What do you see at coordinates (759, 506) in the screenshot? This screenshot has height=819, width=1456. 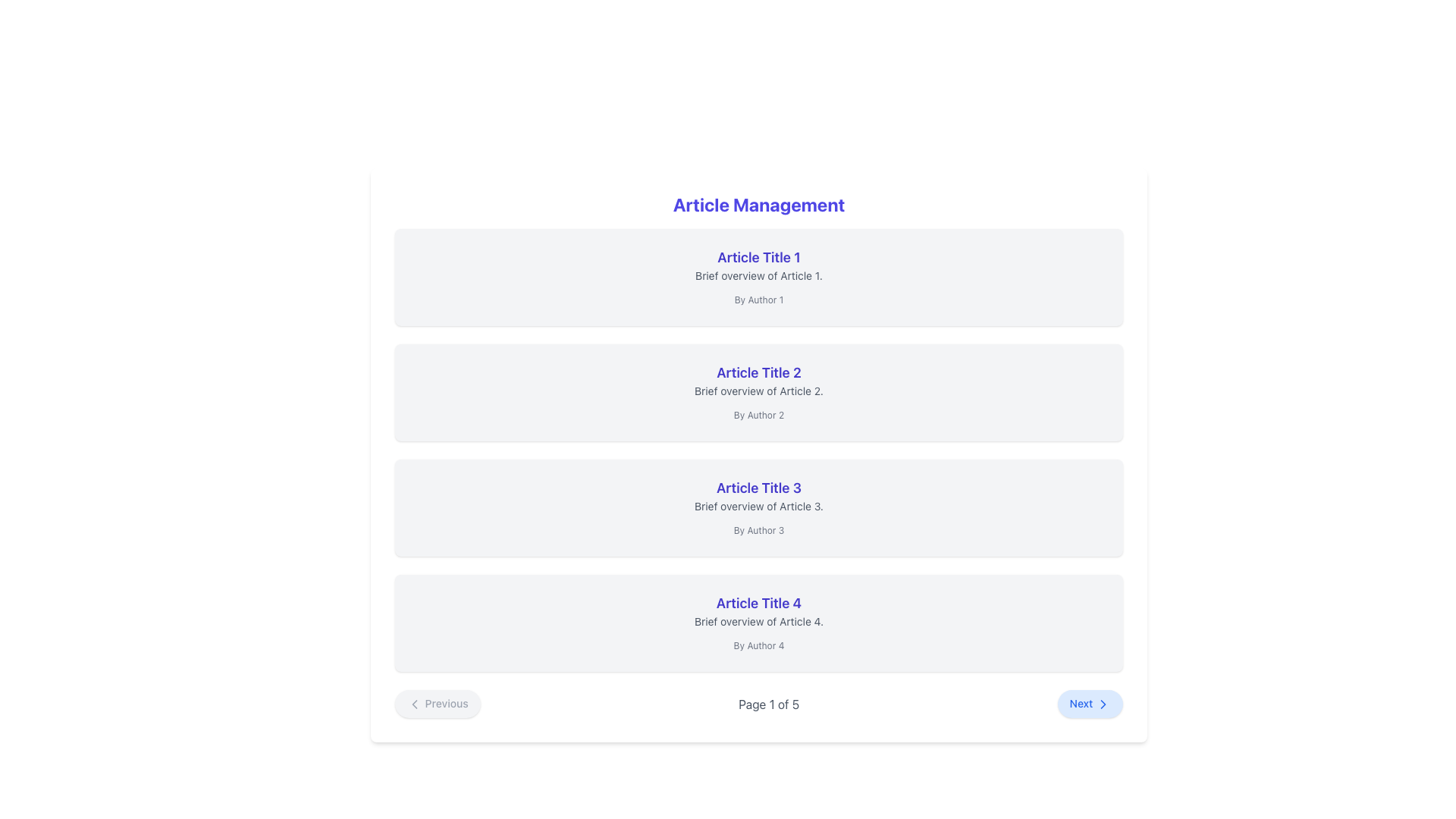 I see `the text label component that provides a summary of 'Article Title 3', which is located below the title and above the author text` at bounding box center [759, 506].